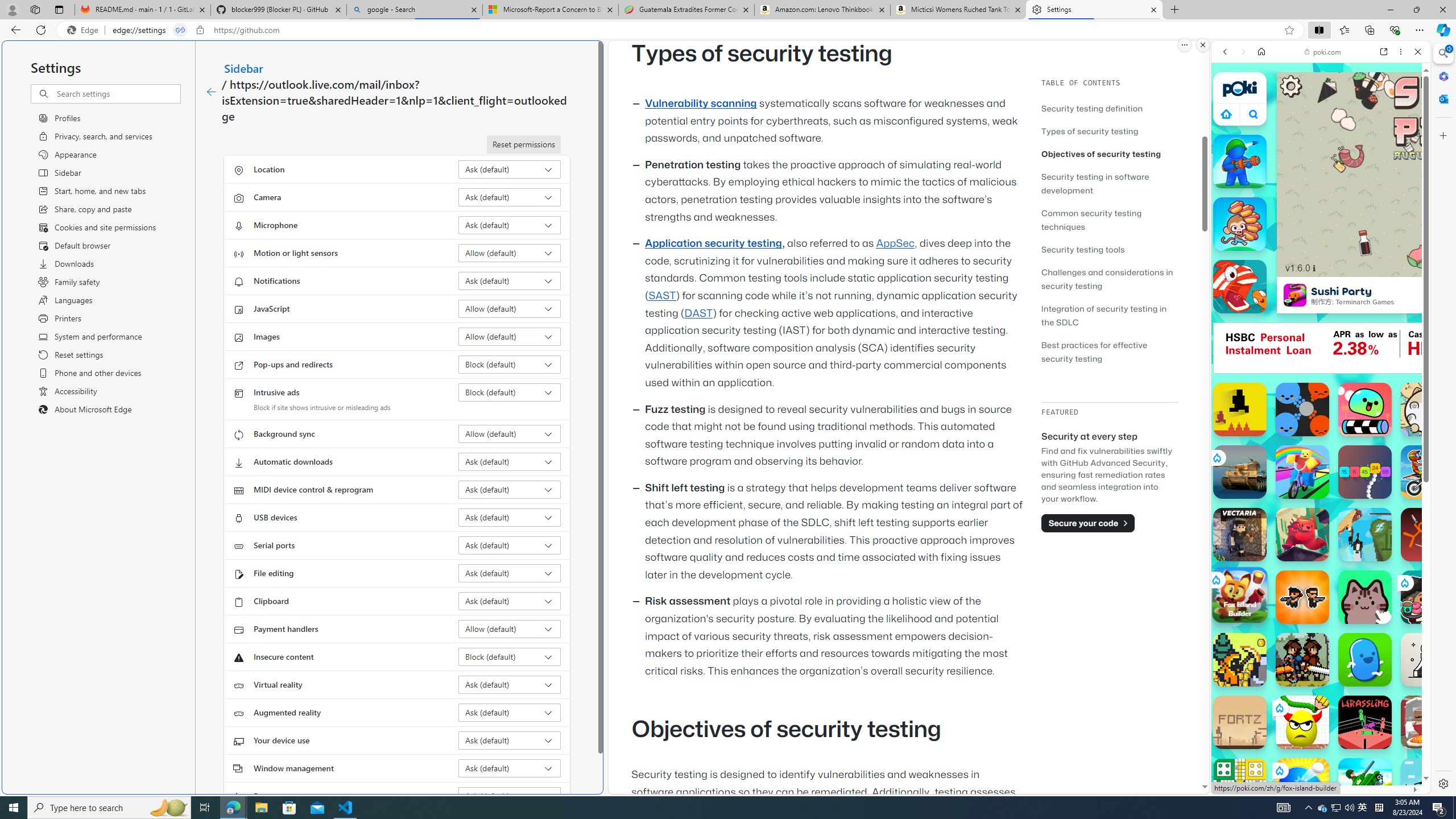 The image size is (1456, 819). Describe the element at coordinates (1365, 659) in the screenshot. I see `'Goober World'` at that location.